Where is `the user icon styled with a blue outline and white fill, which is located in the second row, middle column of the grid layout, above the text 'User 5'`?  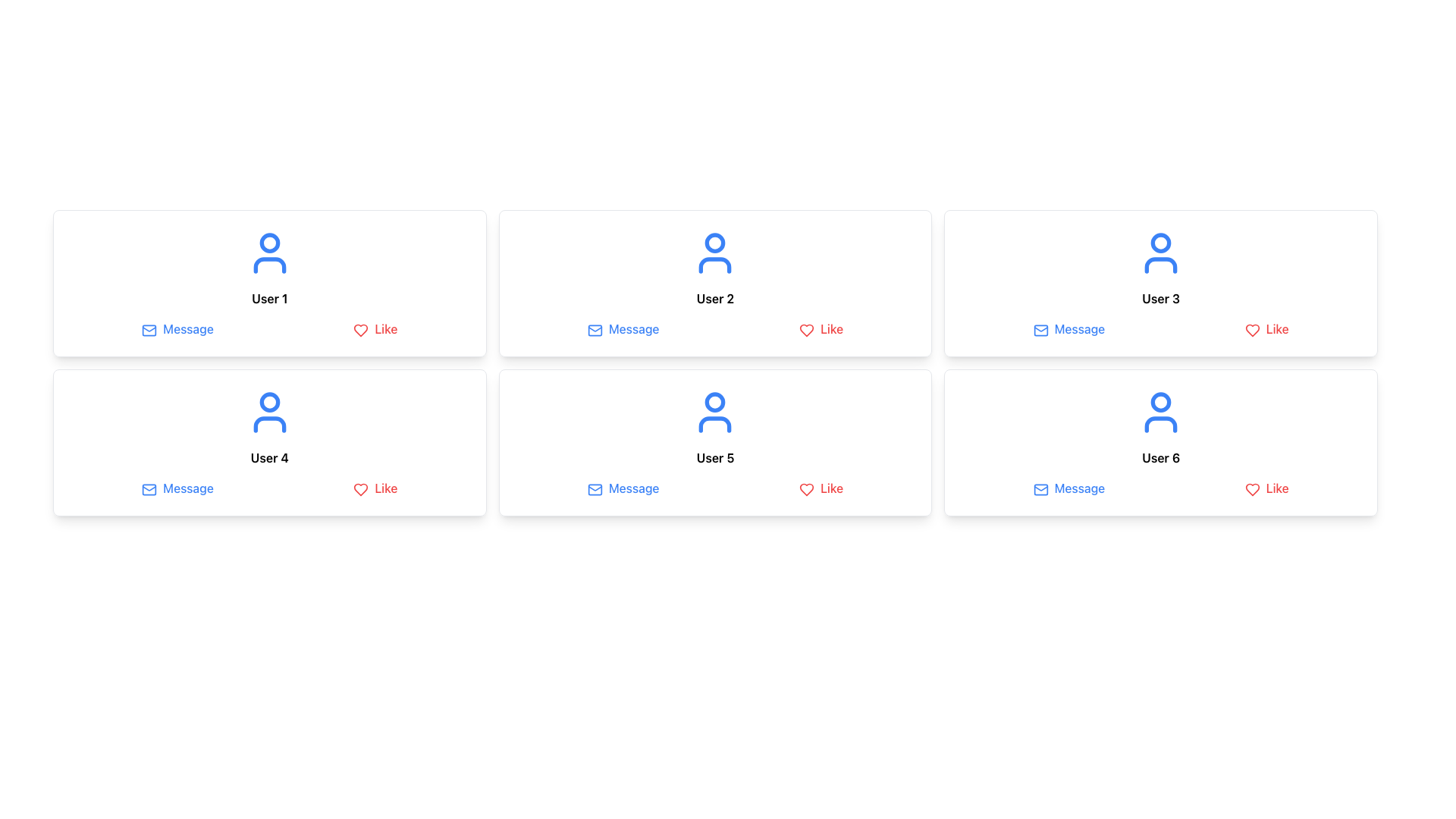
the user icon styled with a blue outline and white fill, which is located in the second row, middle column of the grid layout, above the text 'User 5' is located at coordinates (714, 412).